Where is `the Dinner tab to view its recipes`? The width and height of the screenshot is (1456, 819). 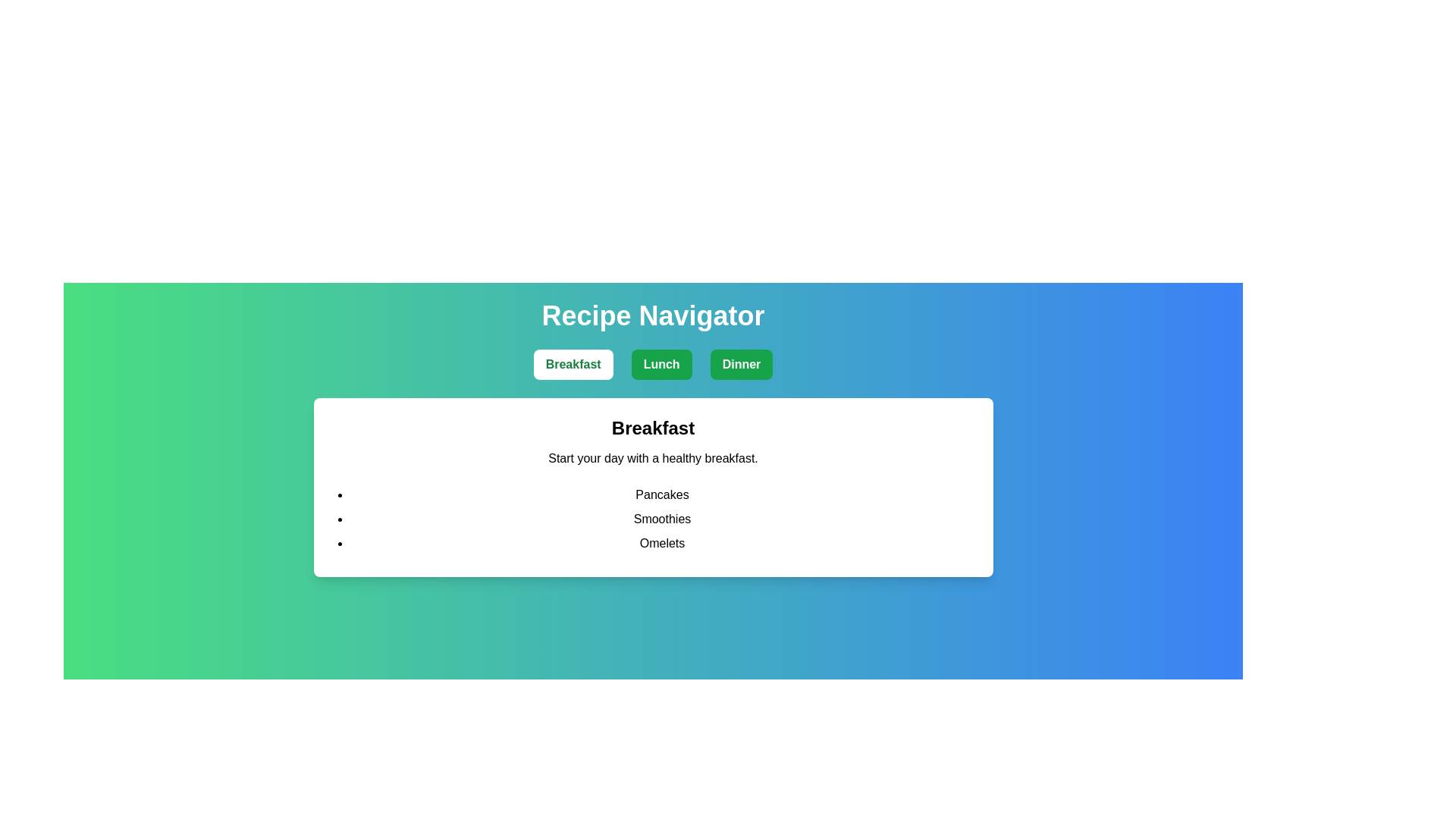
the Dinner tab to view its recipes is located at coordinates (742, 365).